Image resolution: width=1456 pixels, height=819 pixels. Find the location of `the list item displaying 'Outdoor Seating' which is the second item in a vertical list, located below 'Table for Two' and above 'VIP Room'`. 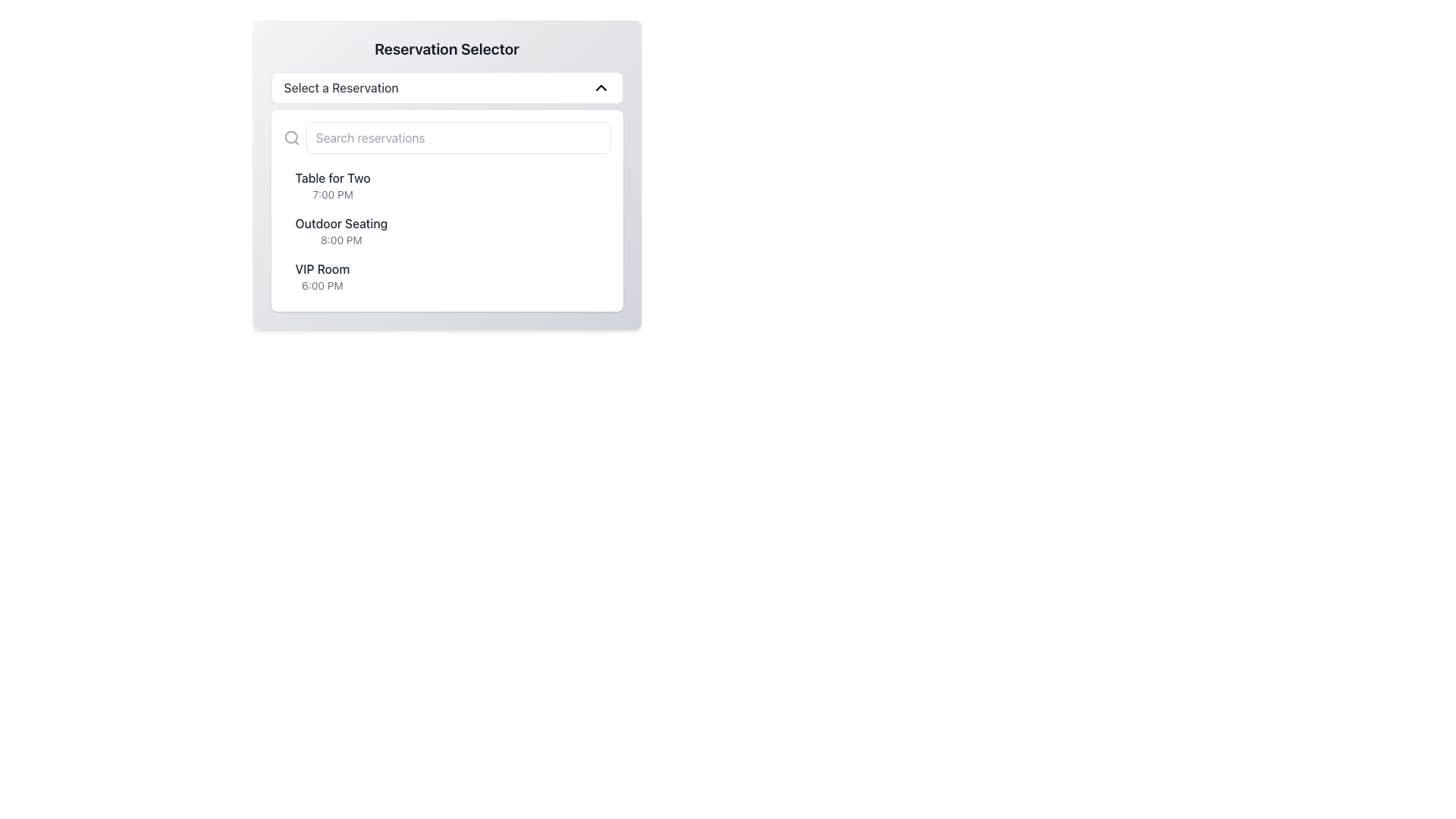

the list item displaying 'Outdoor Seating' which is the second item in a vertical list, located below 'Table for Two' and above 'VIP Room' is located at coordinates (446, 231).